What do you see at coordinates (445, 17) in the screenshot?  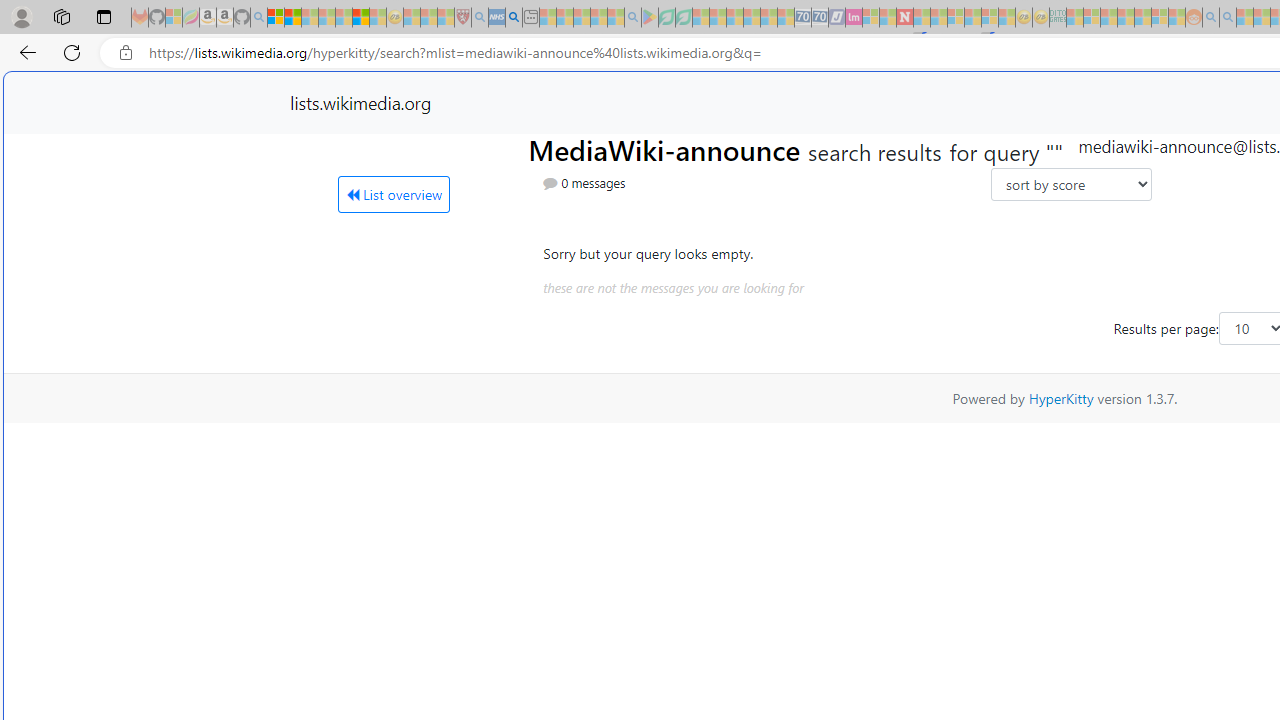 I see `'Local - MSN - Sleeping'` at bounding box center [445, 17].